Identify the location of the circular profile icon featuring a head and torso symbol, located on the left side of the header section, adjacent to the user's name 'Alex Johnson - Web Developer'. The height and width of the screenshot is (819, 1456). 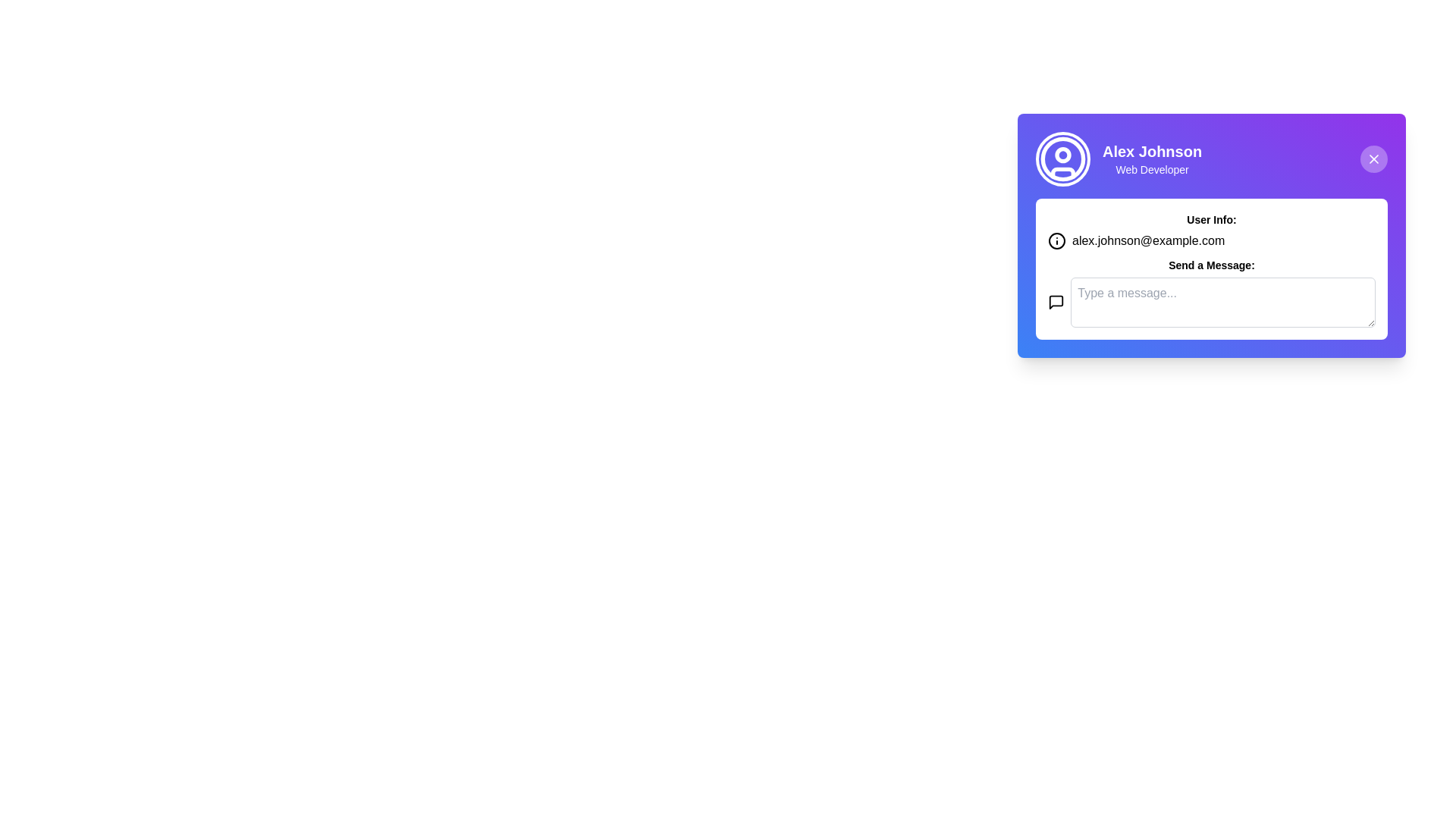
(1062, 158).